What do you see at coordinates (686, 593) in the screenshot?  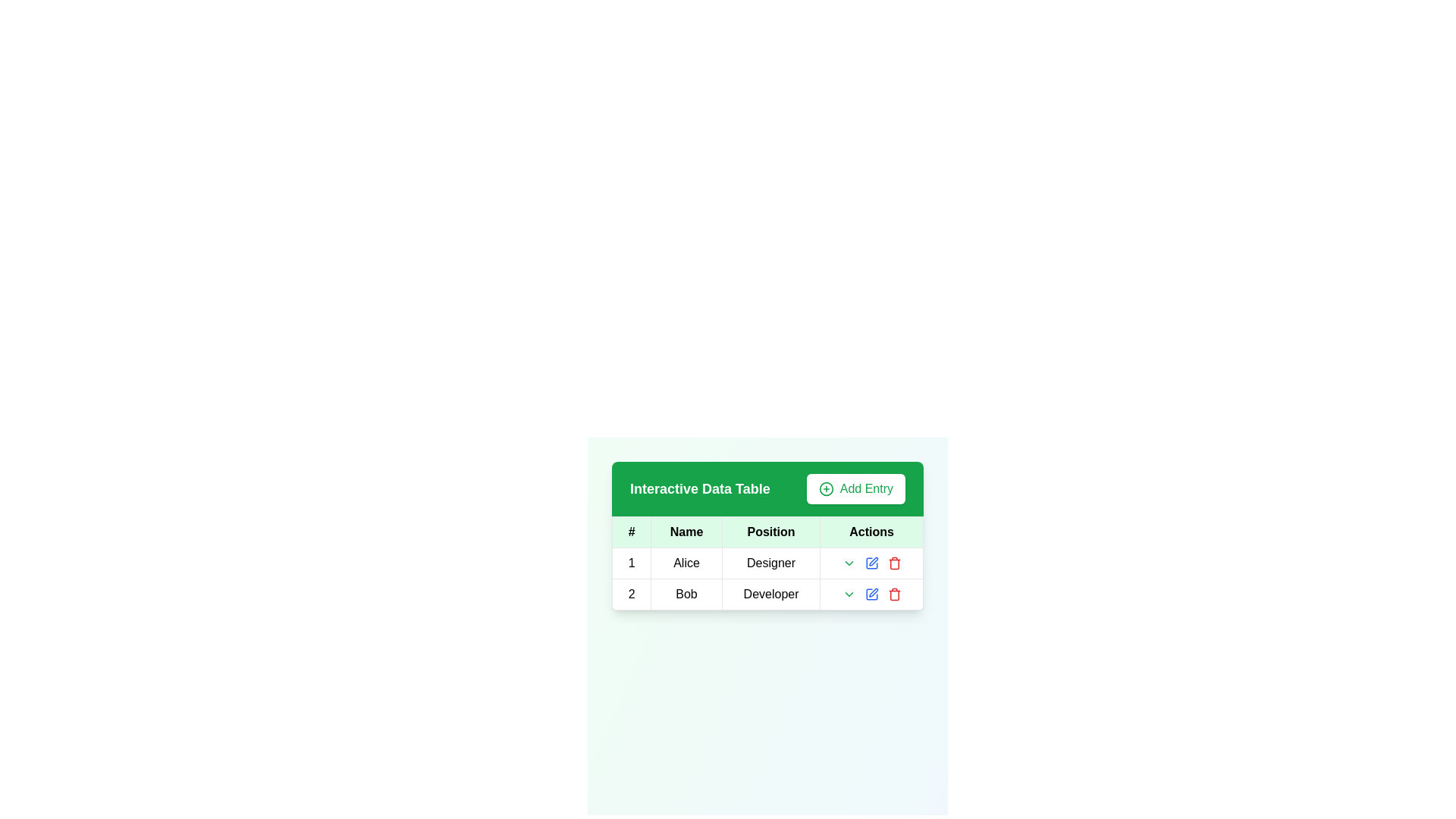 I see `the static text field representing the name entry in the second row under the 'Name' column of the 'Interactive Data Table'` at bounding box center [686, 593].